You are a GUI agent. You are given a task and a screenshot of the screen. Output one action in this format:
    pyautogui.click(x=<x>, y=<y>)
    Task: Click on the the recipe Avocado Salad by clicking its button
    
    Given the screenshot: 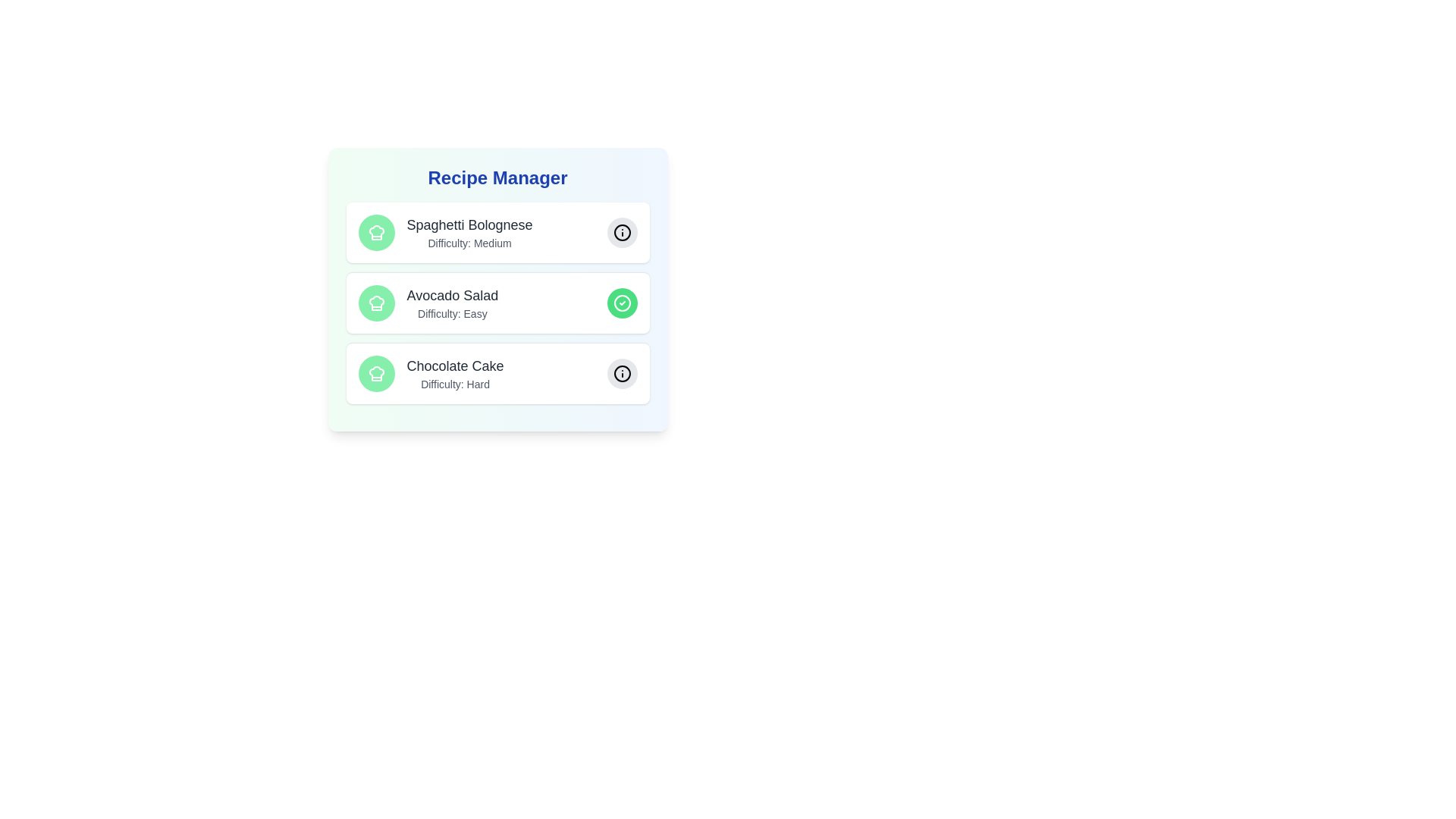 What is the action you would take?
    pyautogui.click(x=622, y=303)
    